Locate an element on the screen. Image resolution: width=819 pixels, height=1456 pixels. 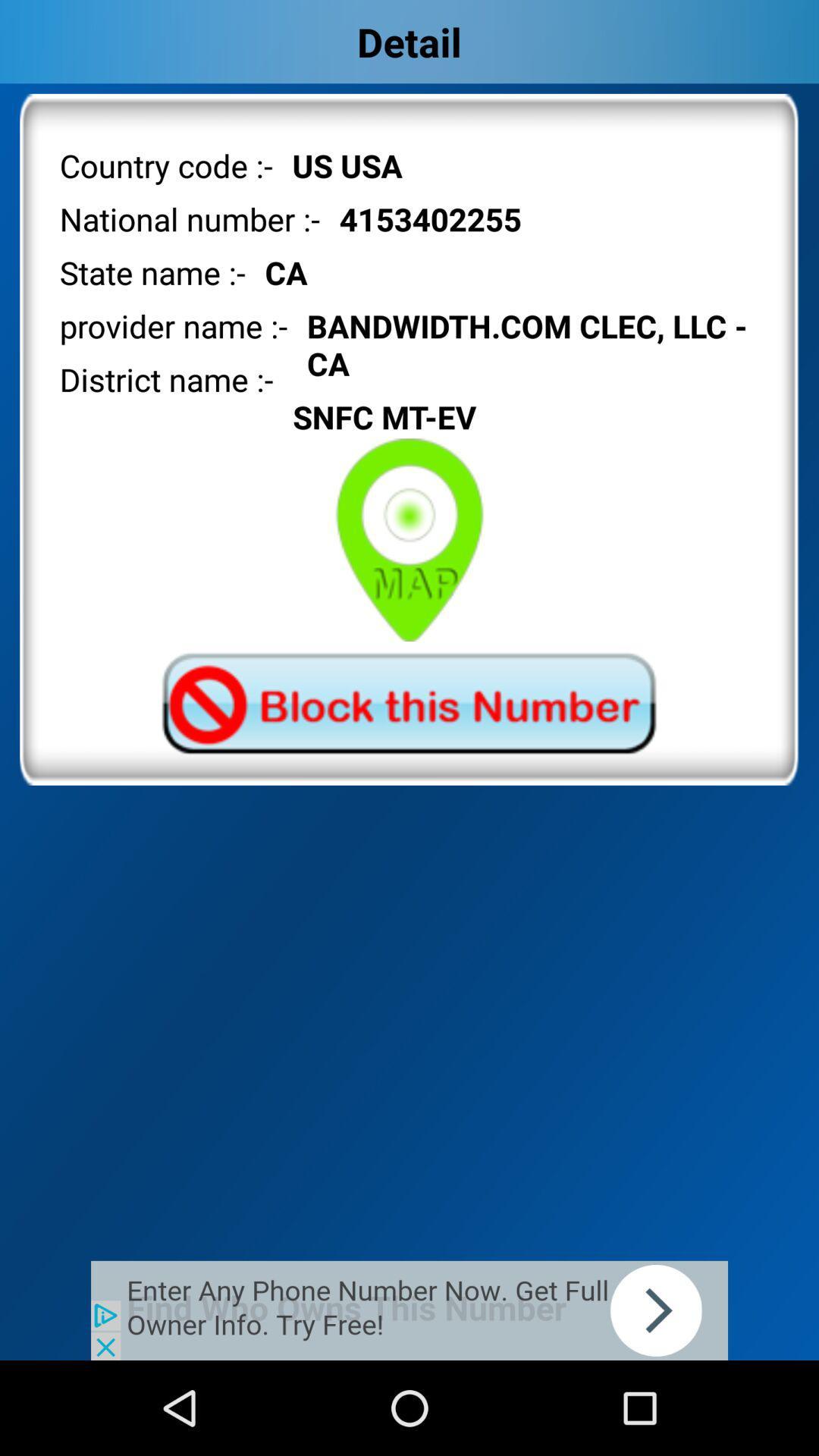
advertisement to look up phone numbers is located at coordinates (409, 1310).